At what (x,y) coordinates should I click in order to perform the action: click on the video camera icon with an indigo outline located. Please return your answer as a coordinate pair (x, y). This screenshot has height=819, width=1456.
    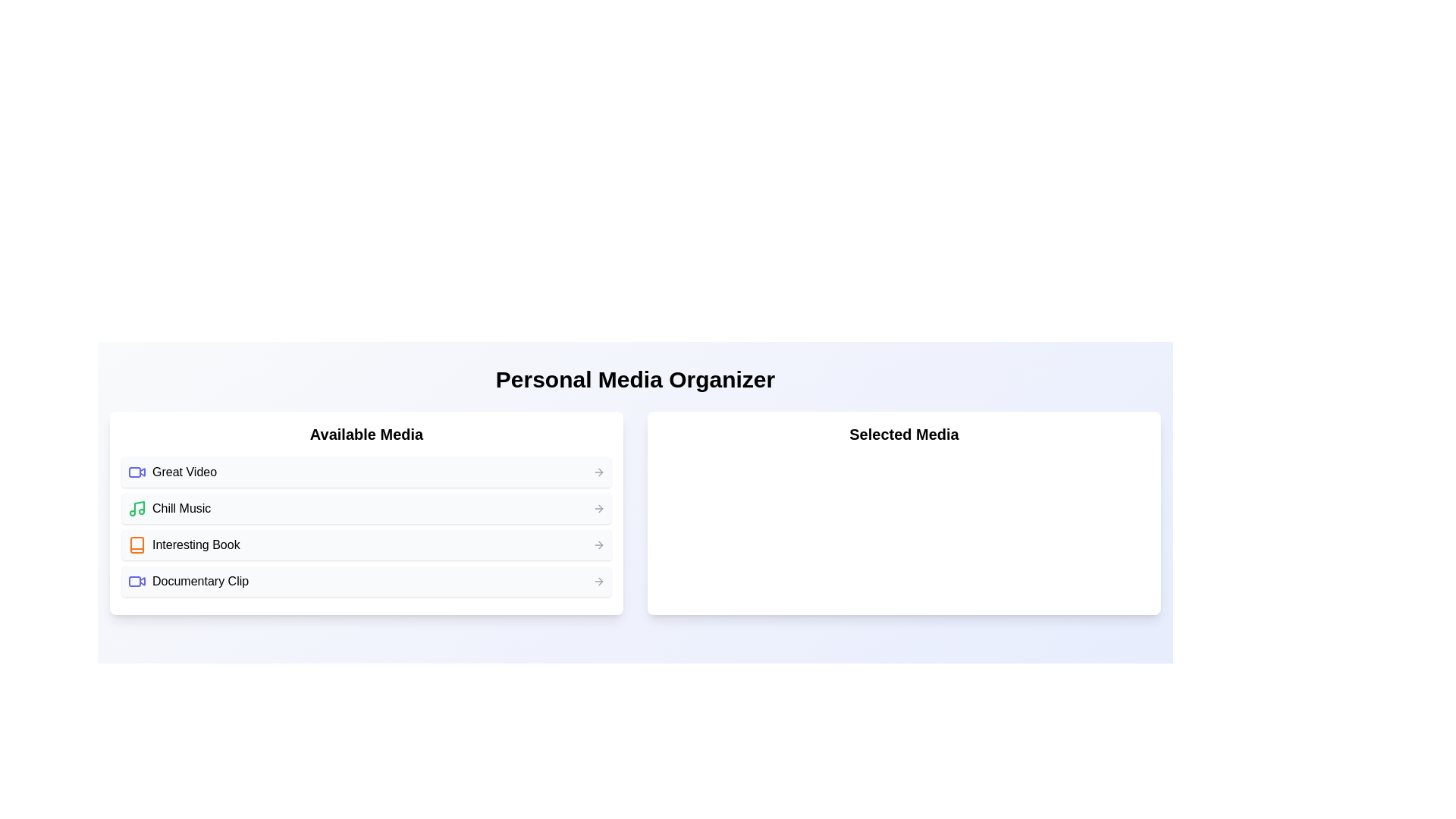
    Looking at the image, I should click on (137, 472).